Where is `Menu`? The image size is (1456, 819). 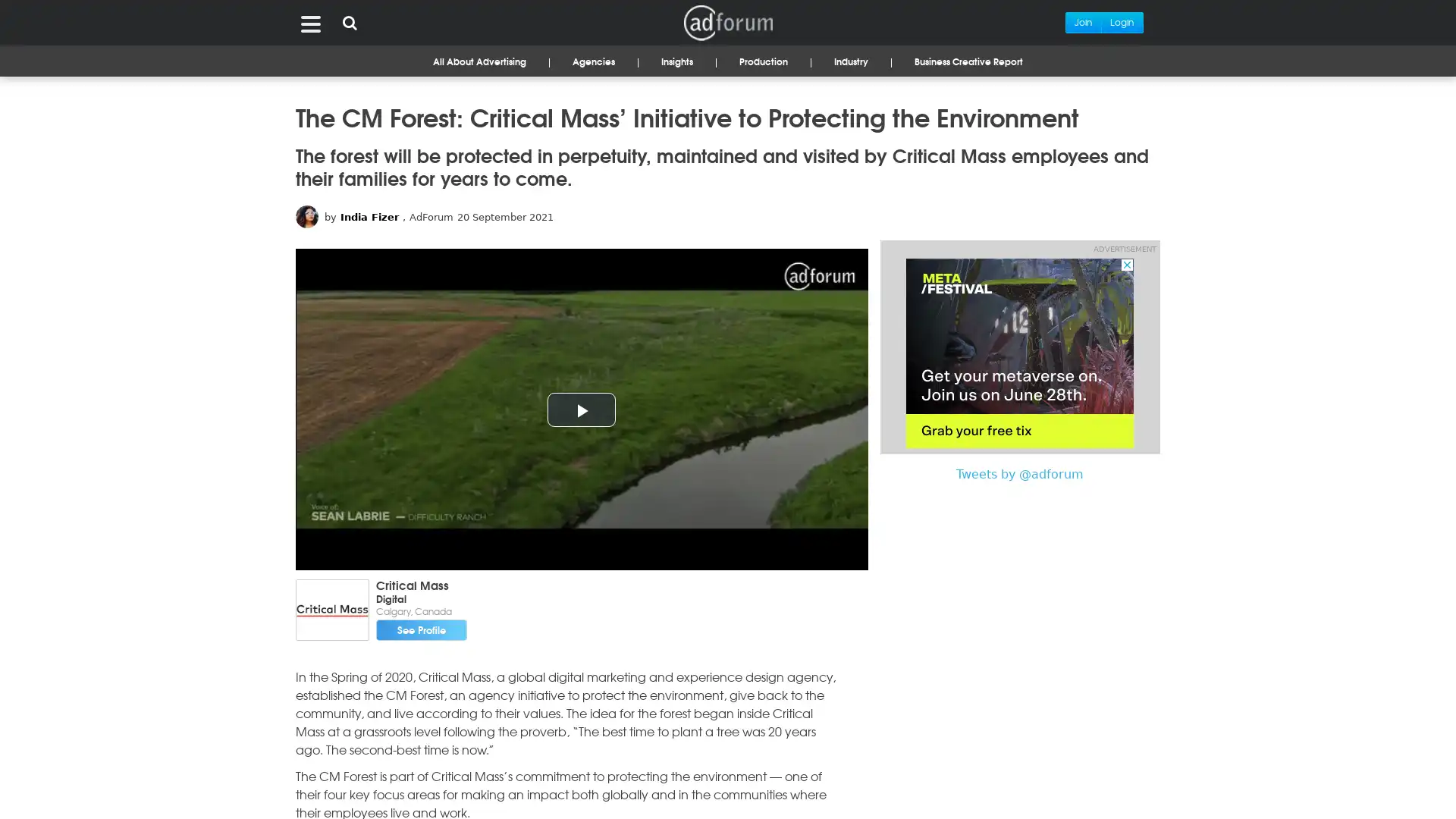
Menu is located at coordinates (309, 22).